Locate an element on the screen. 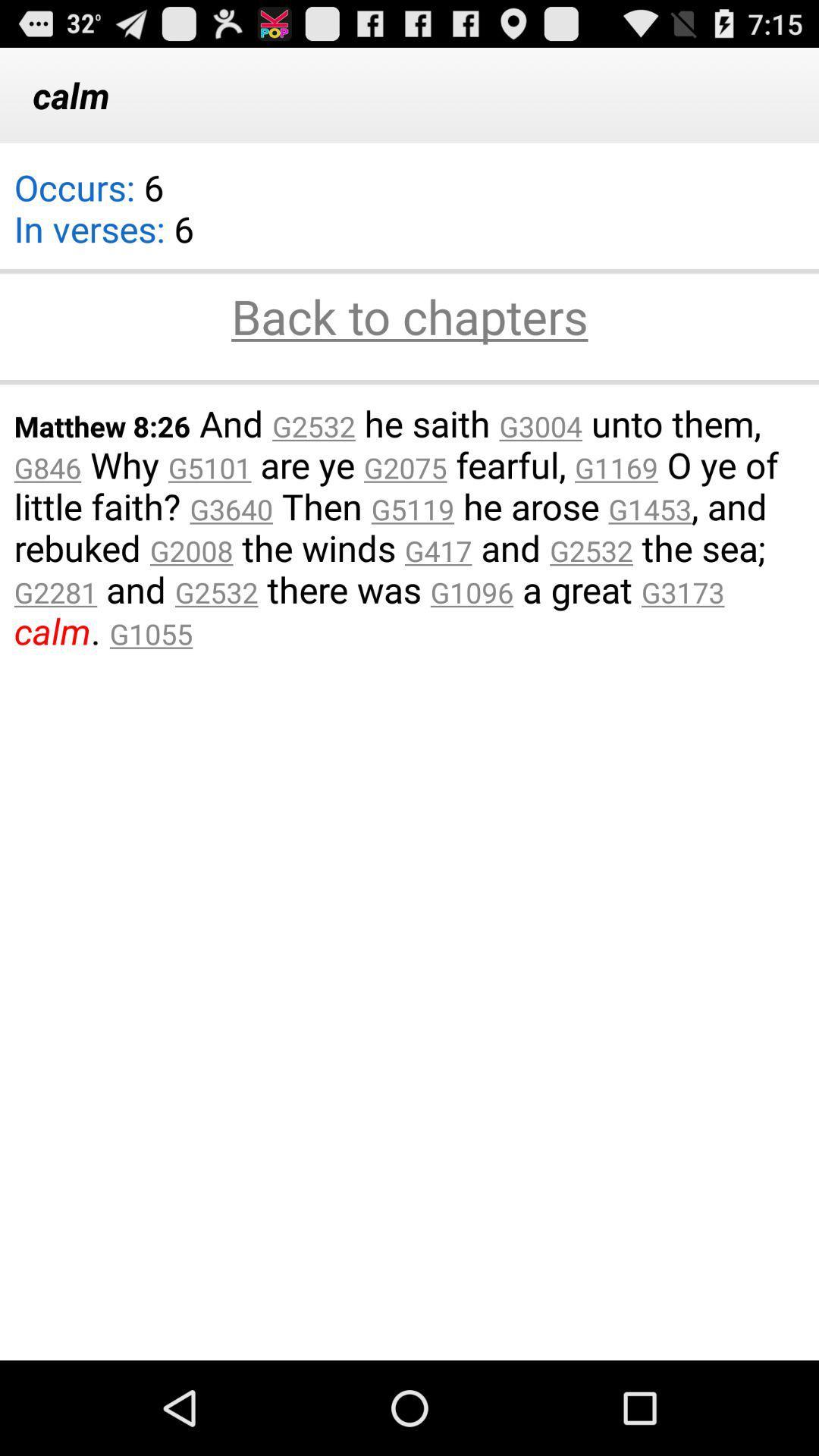 The height and width of the screenshot is (1456, 819). matthew 8 26 at the center is located at coordinates (409, 527).